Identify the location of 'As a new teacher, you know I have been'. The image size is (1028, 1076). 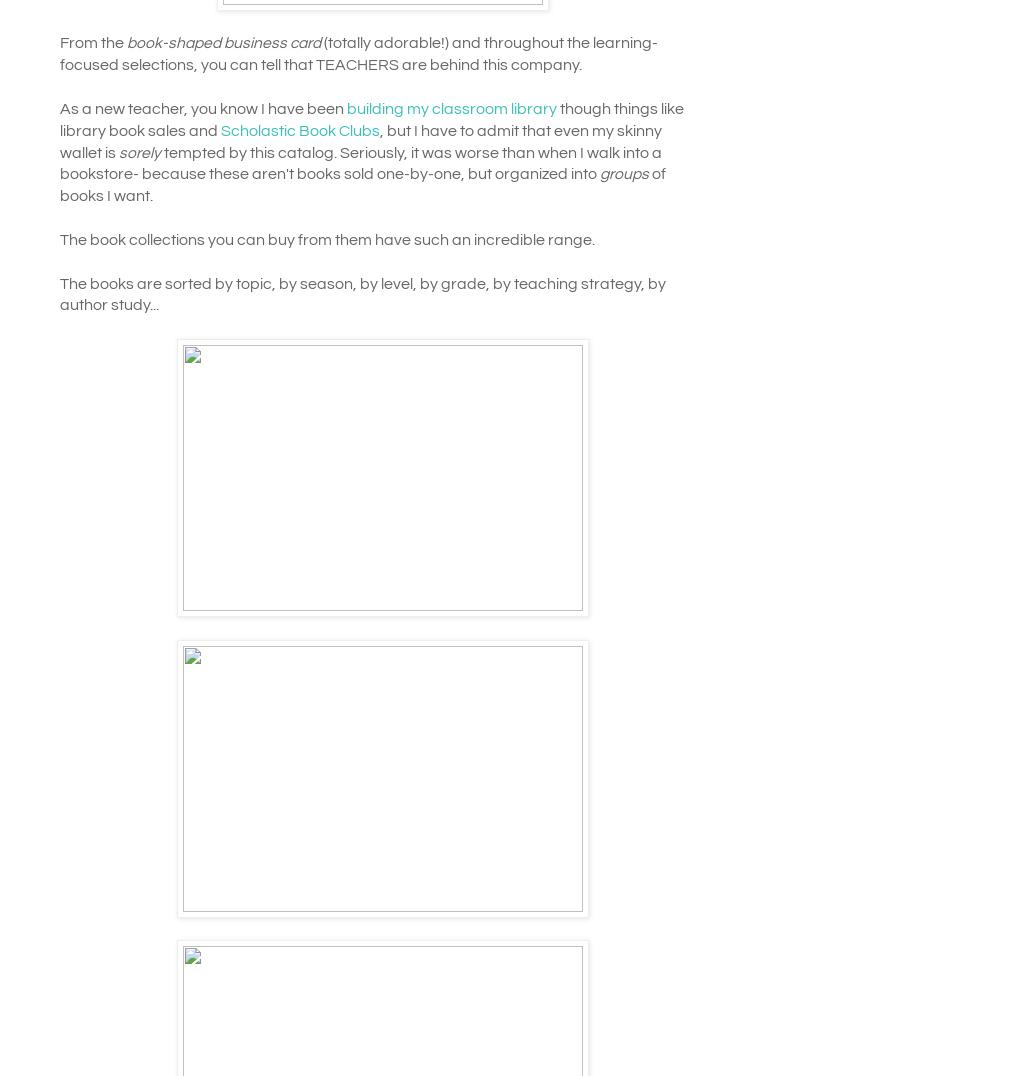
(202, 107).